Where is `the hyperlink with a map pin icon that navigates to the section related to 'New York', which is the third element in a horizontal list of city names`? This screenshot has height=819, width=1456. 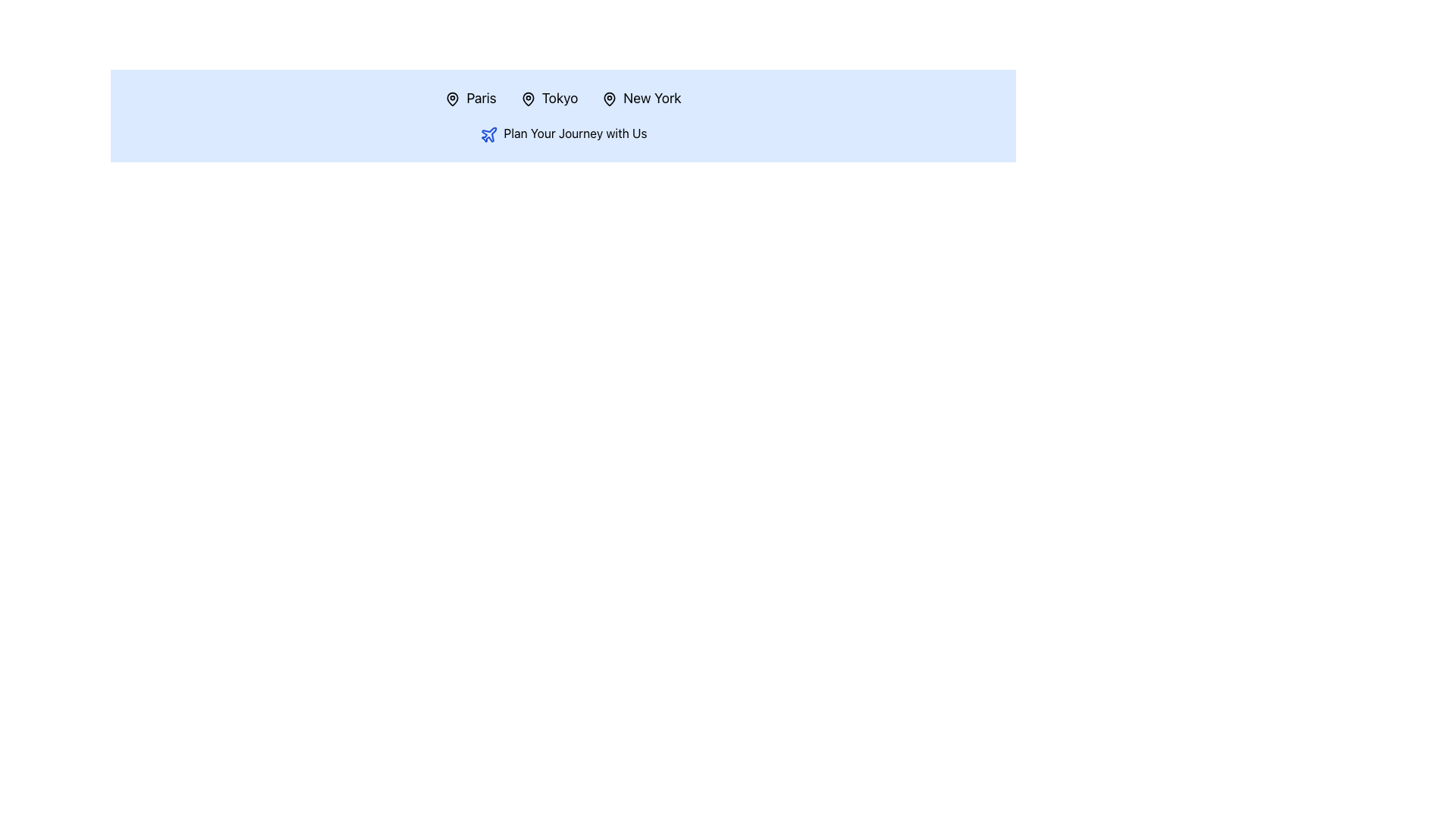
the hyperlink with a map pin icon that navigates to the section related to 'New York', which is the third element in a horizontal list of city names is located at coordinates (642, 98).